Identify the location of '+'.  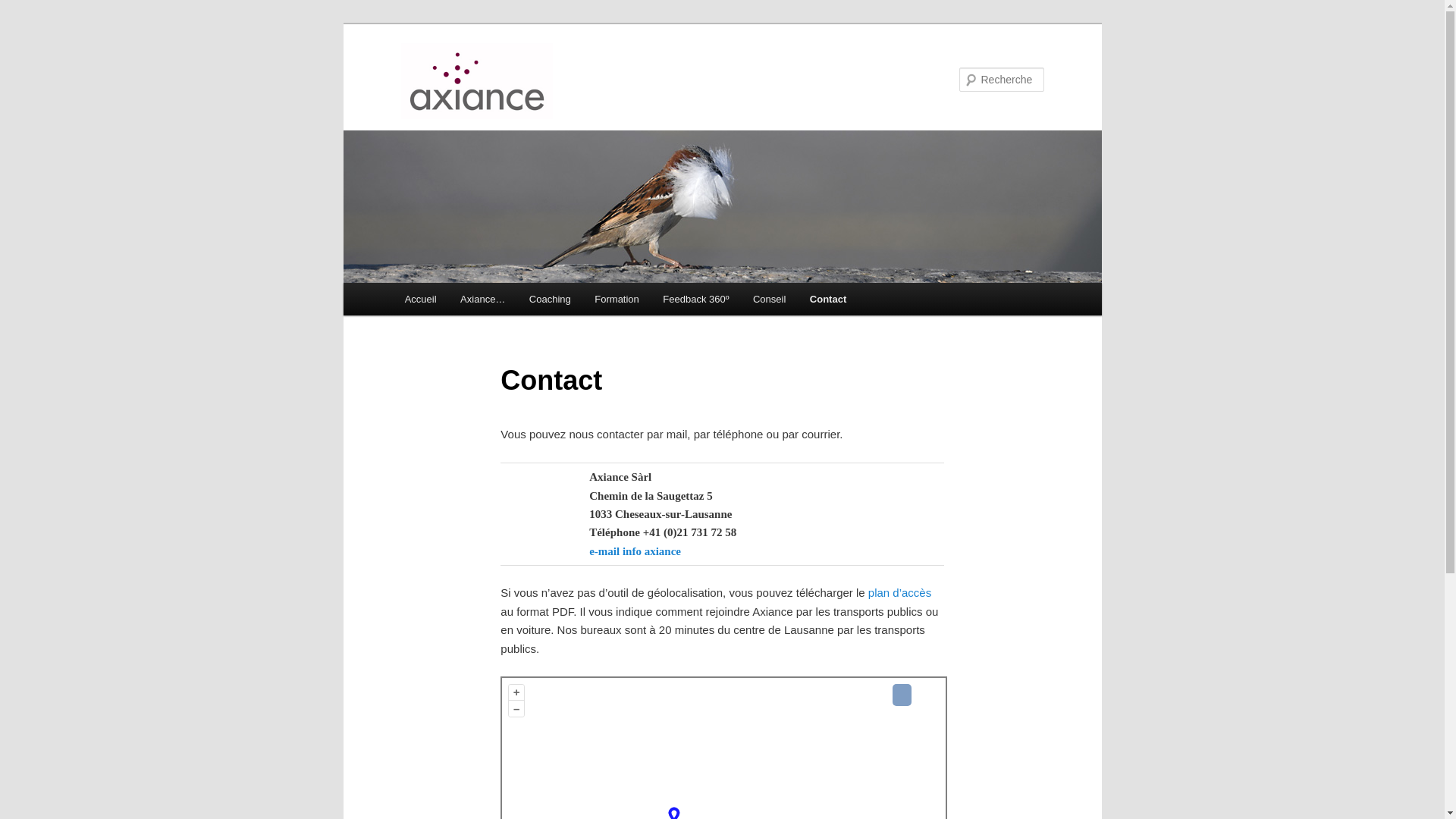
(516, 692).